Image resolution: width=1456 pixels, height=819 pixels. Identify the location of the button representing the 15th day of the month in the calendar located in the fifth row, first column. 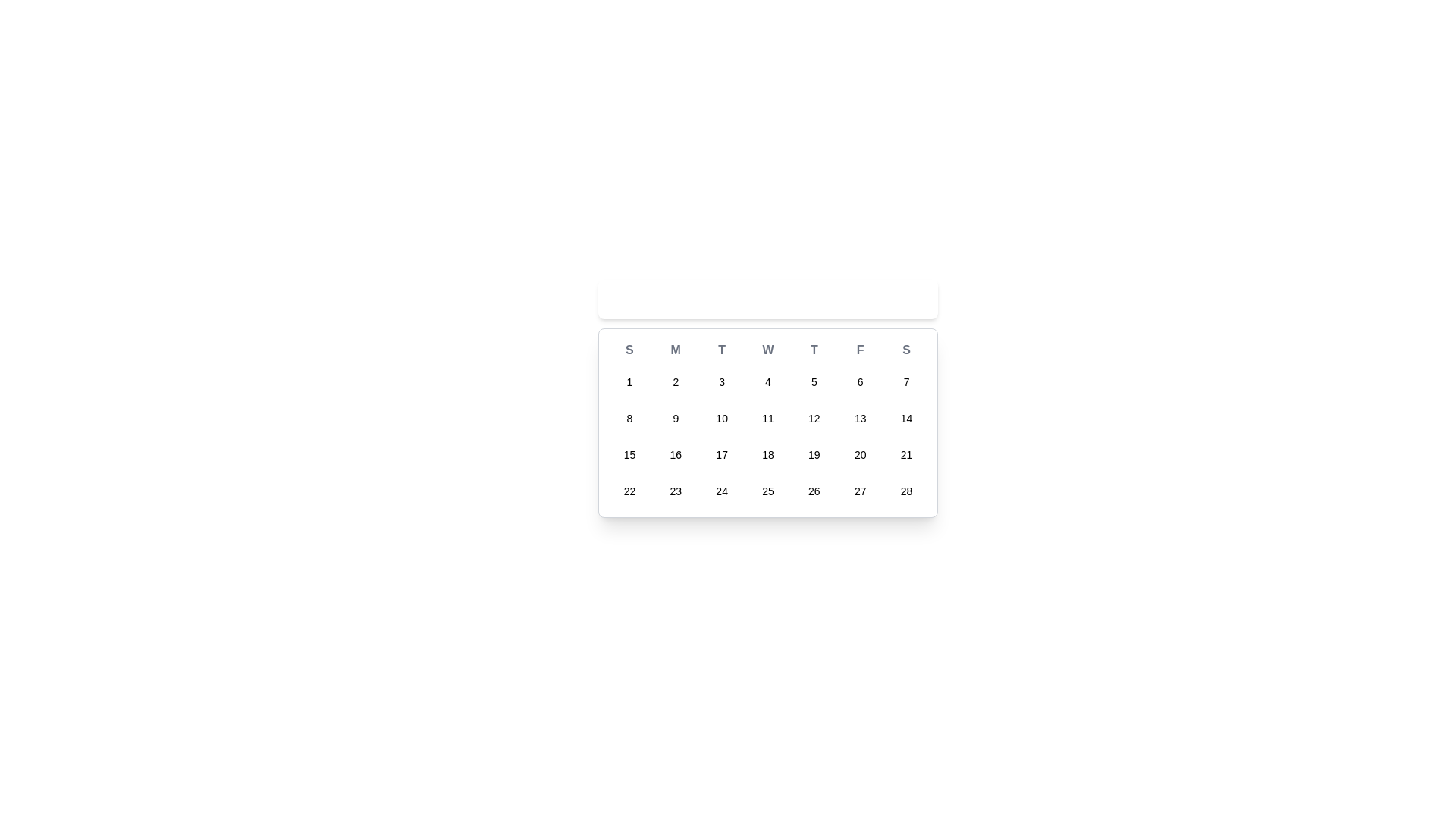
(629, 454).